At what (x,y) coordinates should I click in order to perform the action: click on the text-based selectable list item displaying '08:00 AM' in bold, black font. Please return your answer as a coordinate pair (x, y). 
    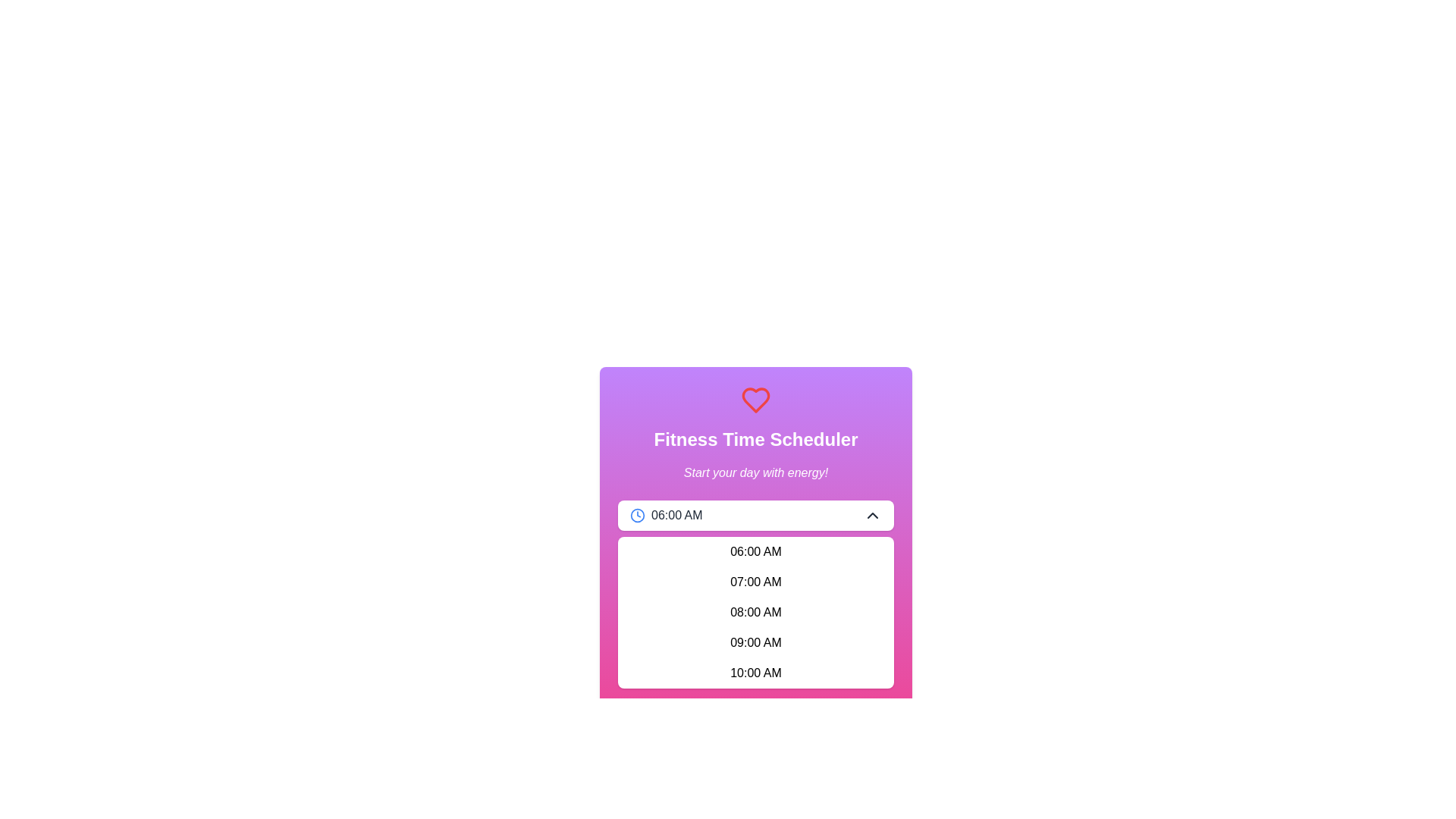
    Looking at the image, I should click on (756, 611).